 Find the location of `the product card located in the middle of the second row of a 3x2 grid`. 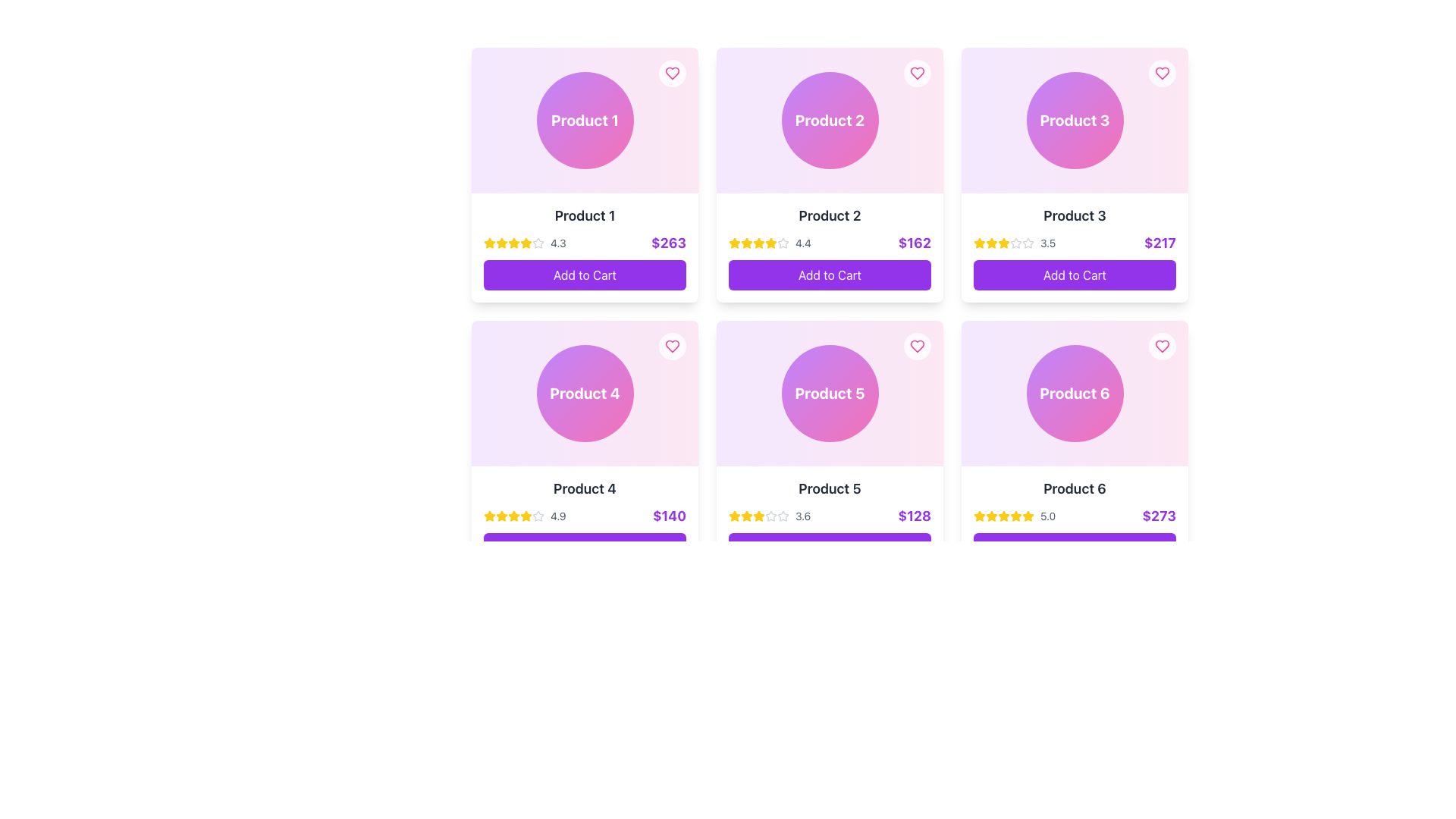

the product card located in the middle of the second row of a 3x2 grid is located at coordinates (829, 519).